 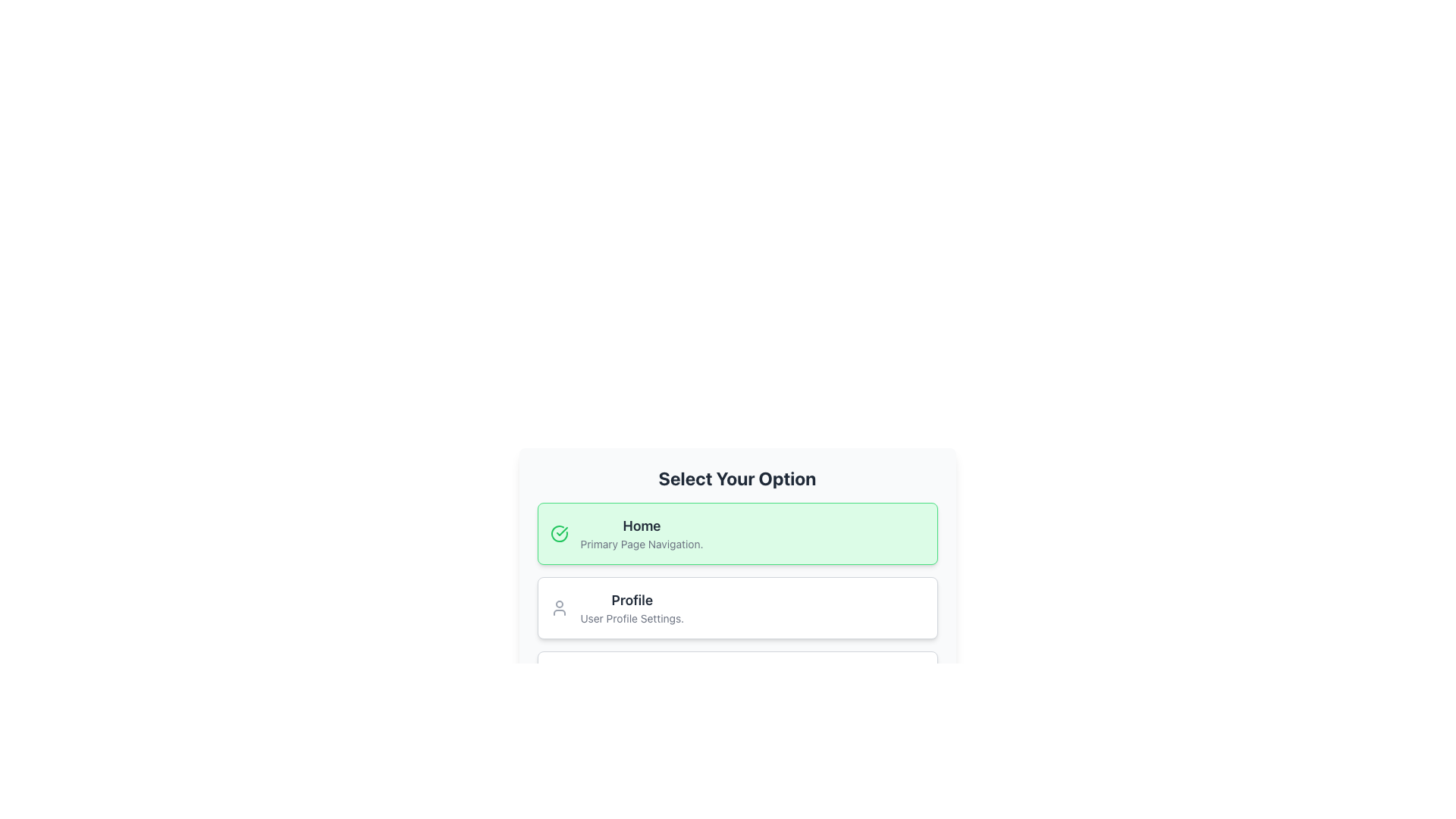 What do you see at coordinates (558, 607) in the screenshot?
I see `Profile icon located to the left of the 'Profile' heading within the menu selection` at bounding box center [558, 607].